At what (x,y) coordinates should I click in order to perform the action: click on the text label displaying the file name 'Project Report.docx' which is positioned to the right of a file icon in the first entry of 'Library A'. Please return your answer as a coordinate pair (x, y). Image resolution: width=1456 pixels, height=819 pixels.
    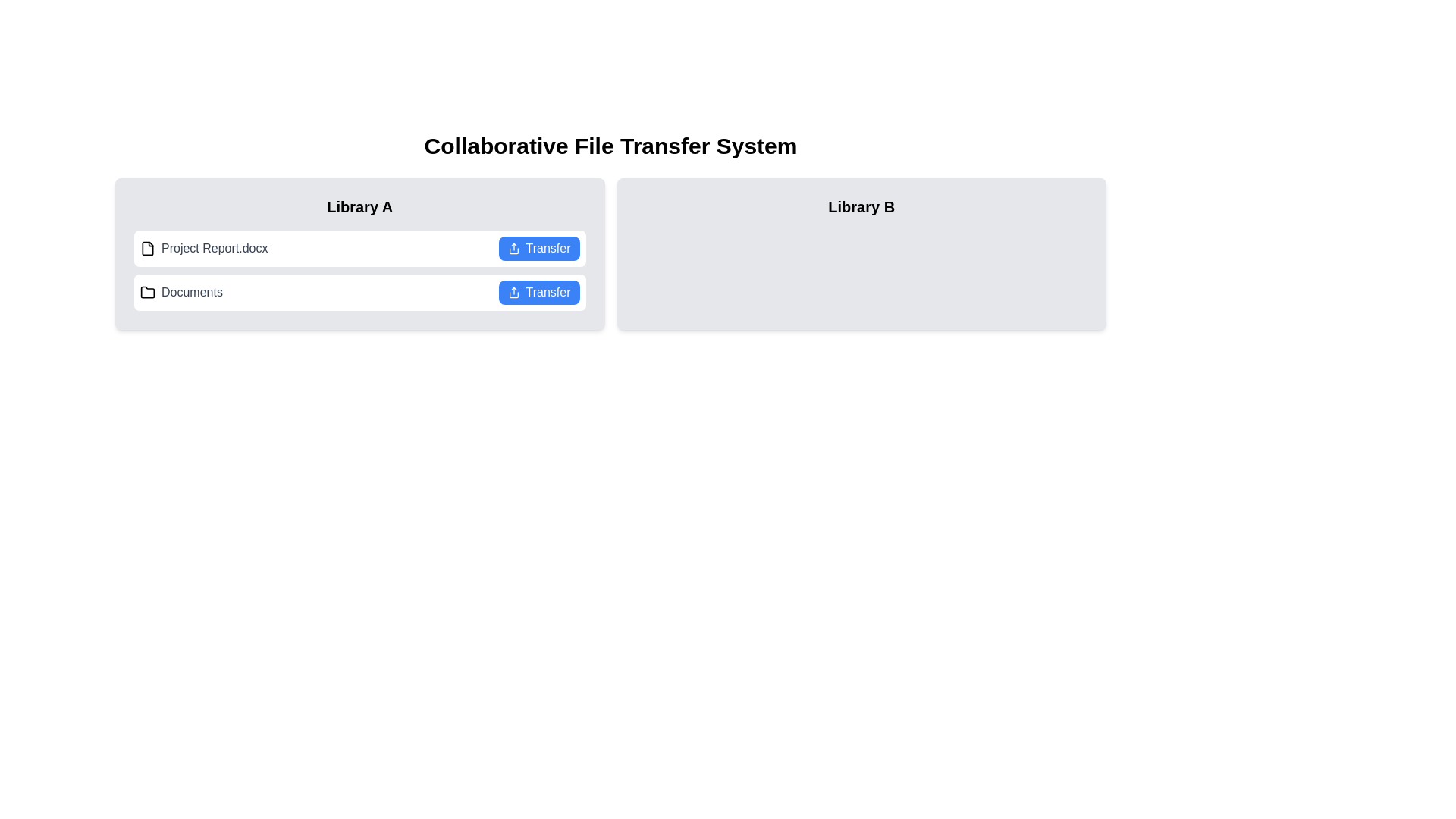
    Looking at the image, I should click on (214, 247).